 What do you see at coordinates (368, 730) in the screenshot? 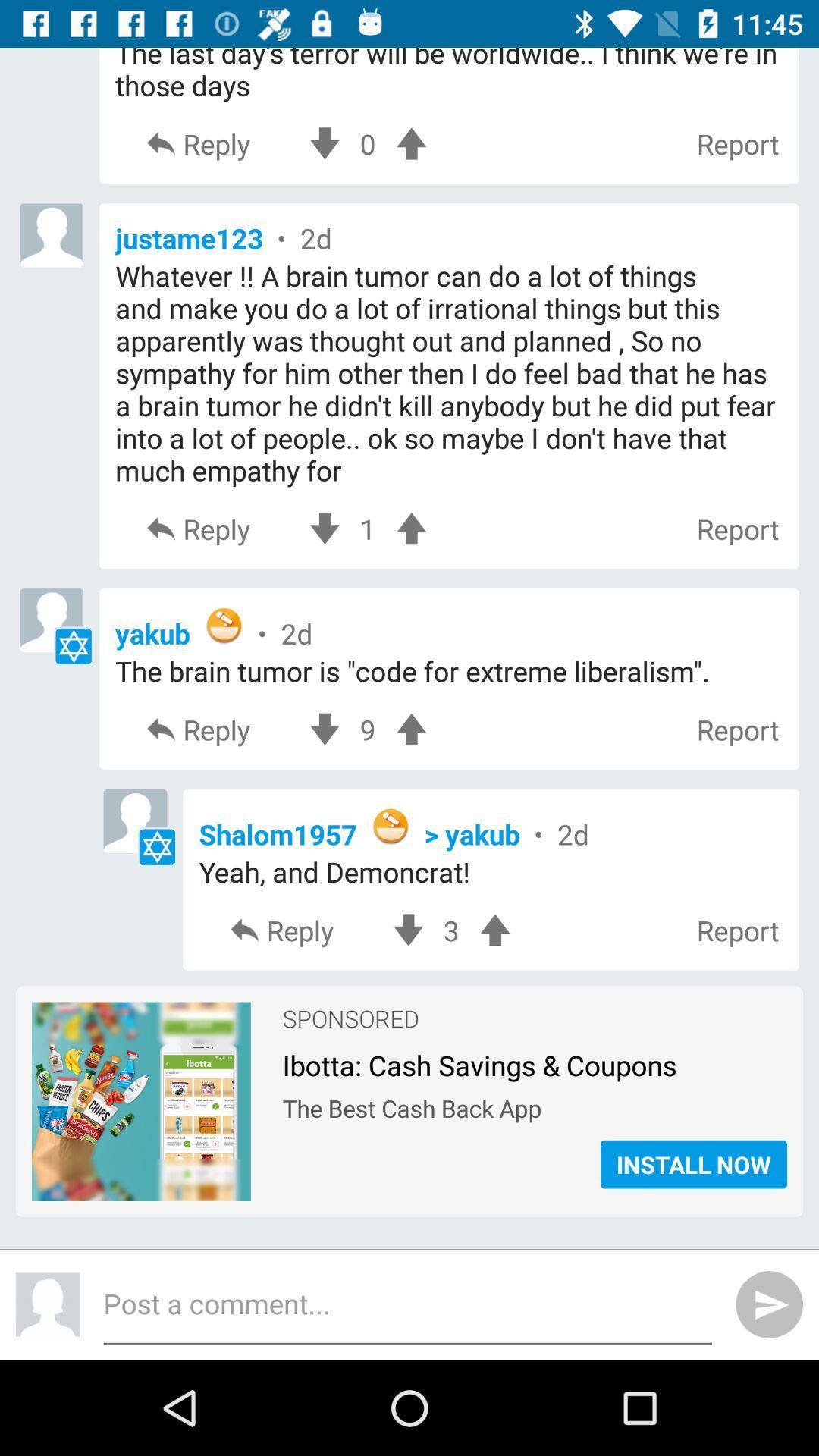
I see `the 9 item` at bounding box center [368, 730].